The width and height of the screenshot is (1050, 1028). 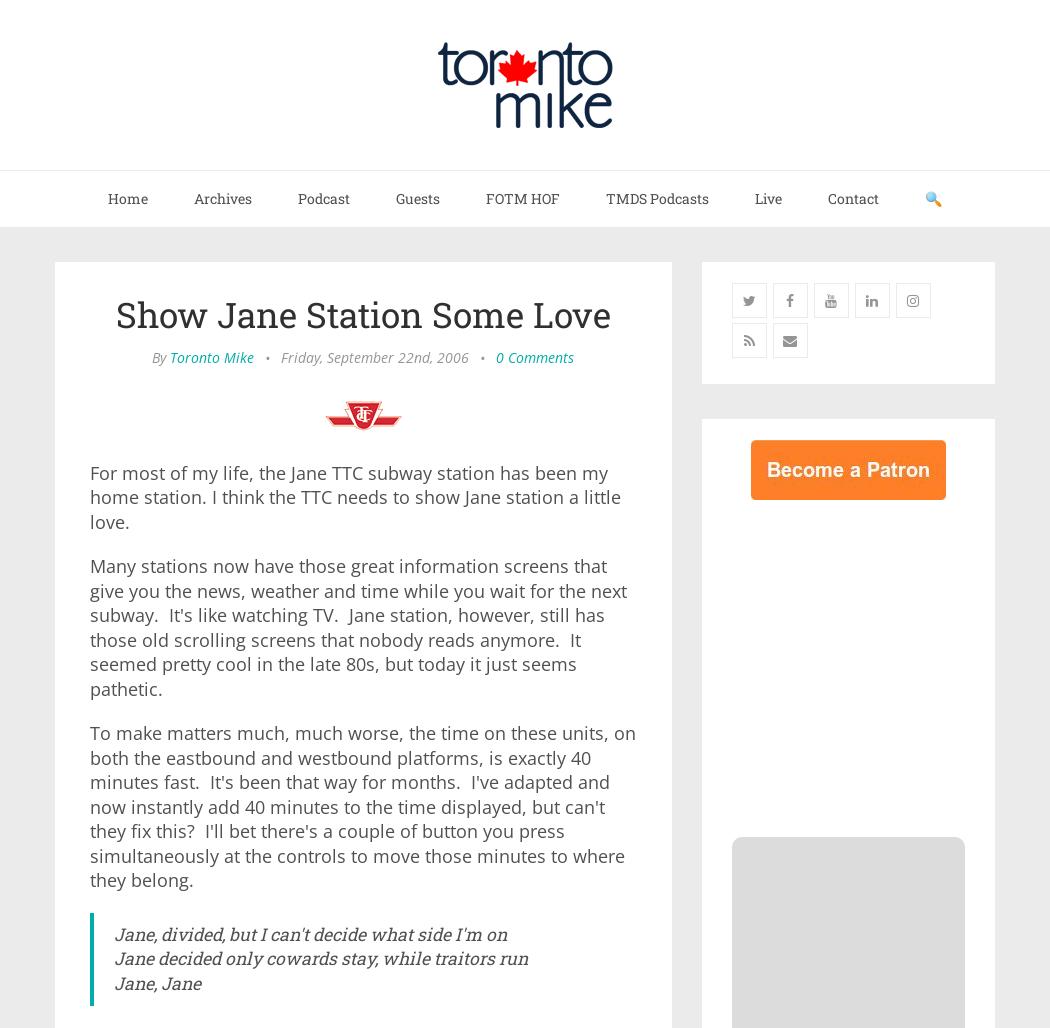 I want to click on 'To make matters much, much worse, the time on these units, on both the eastbound and westbound platforms, is exactly 40 minutes fast.  It's been that way for months.  I've adapted and now instantly add 40 minutes to the time displayed, but can't they fix this?  I'll bet there's a couple of button you press simultaneously at the controls to move those minutes to where they belong.', so click(x=361, y=806).